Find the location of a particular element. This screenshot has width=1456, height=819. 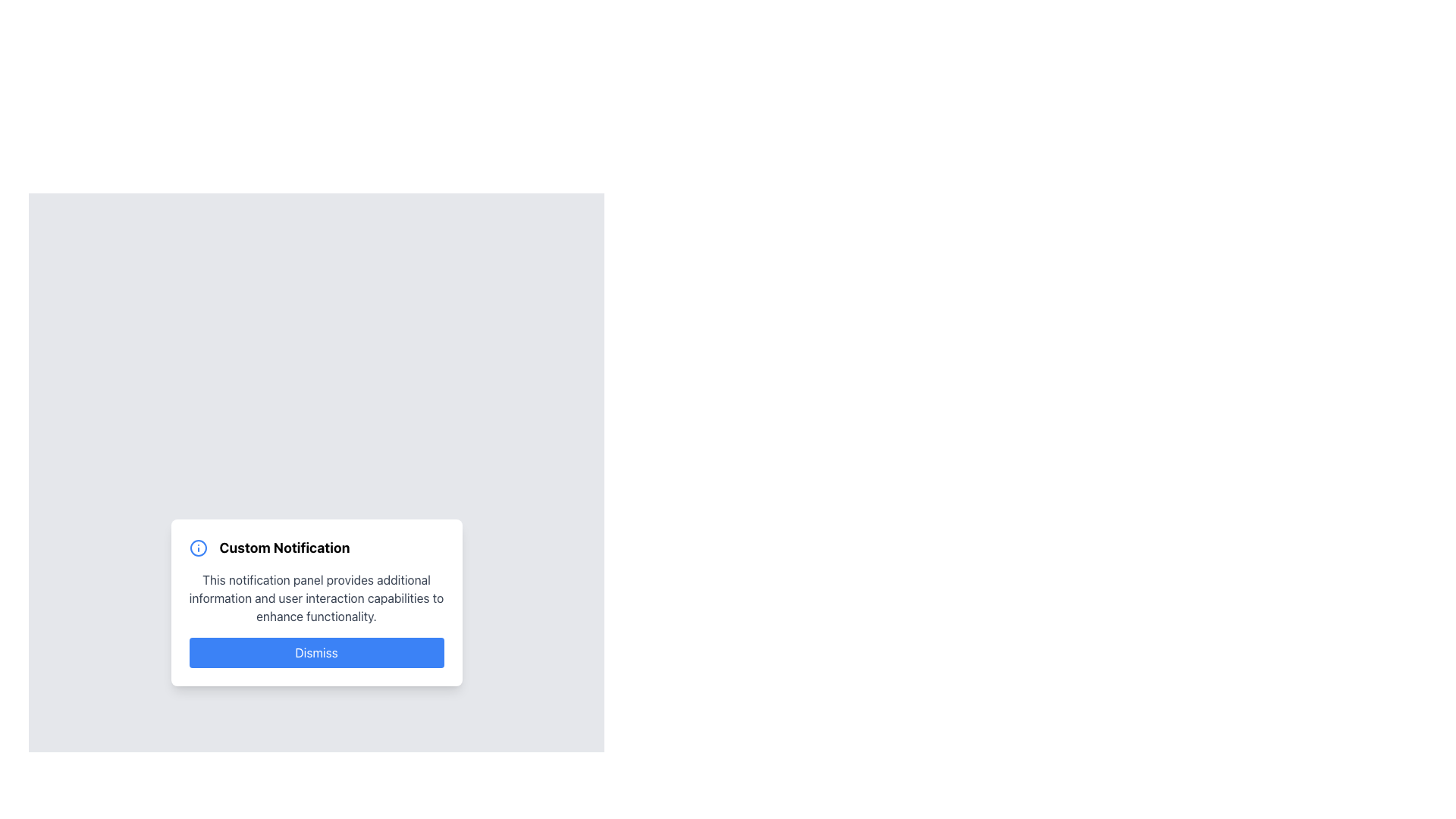

the static text element styled in gray color that provides additional information about the notification's functionality, located below the 'Custom Notification' header and above the 'Dismiss' button is located at coordinates (315, 598).